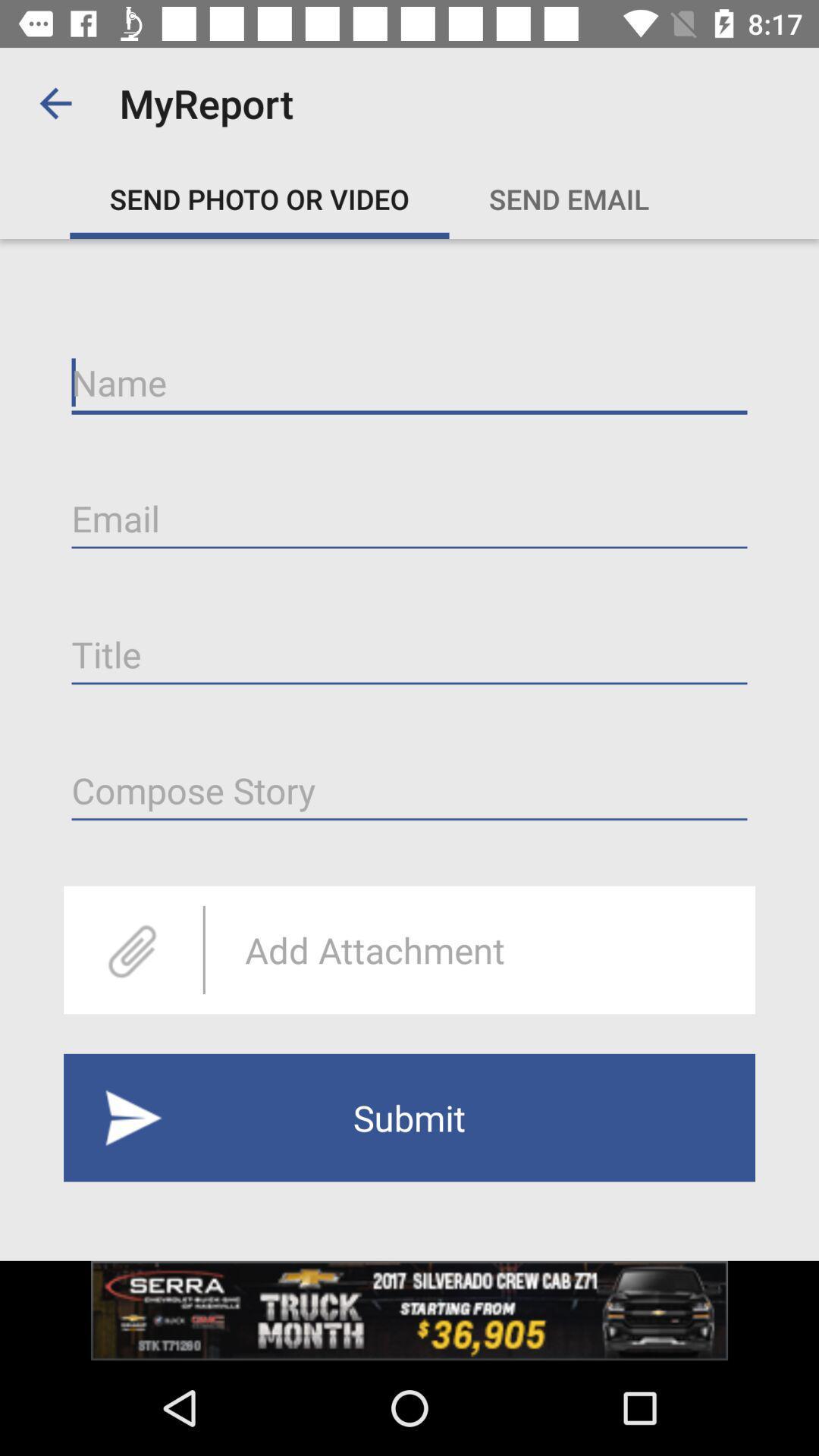 The height and width of the screenshot is (1456, 819). What do you see at coordinates (409, 383) in the screenshot?
I see `the name` at bounding box center [409, 383].